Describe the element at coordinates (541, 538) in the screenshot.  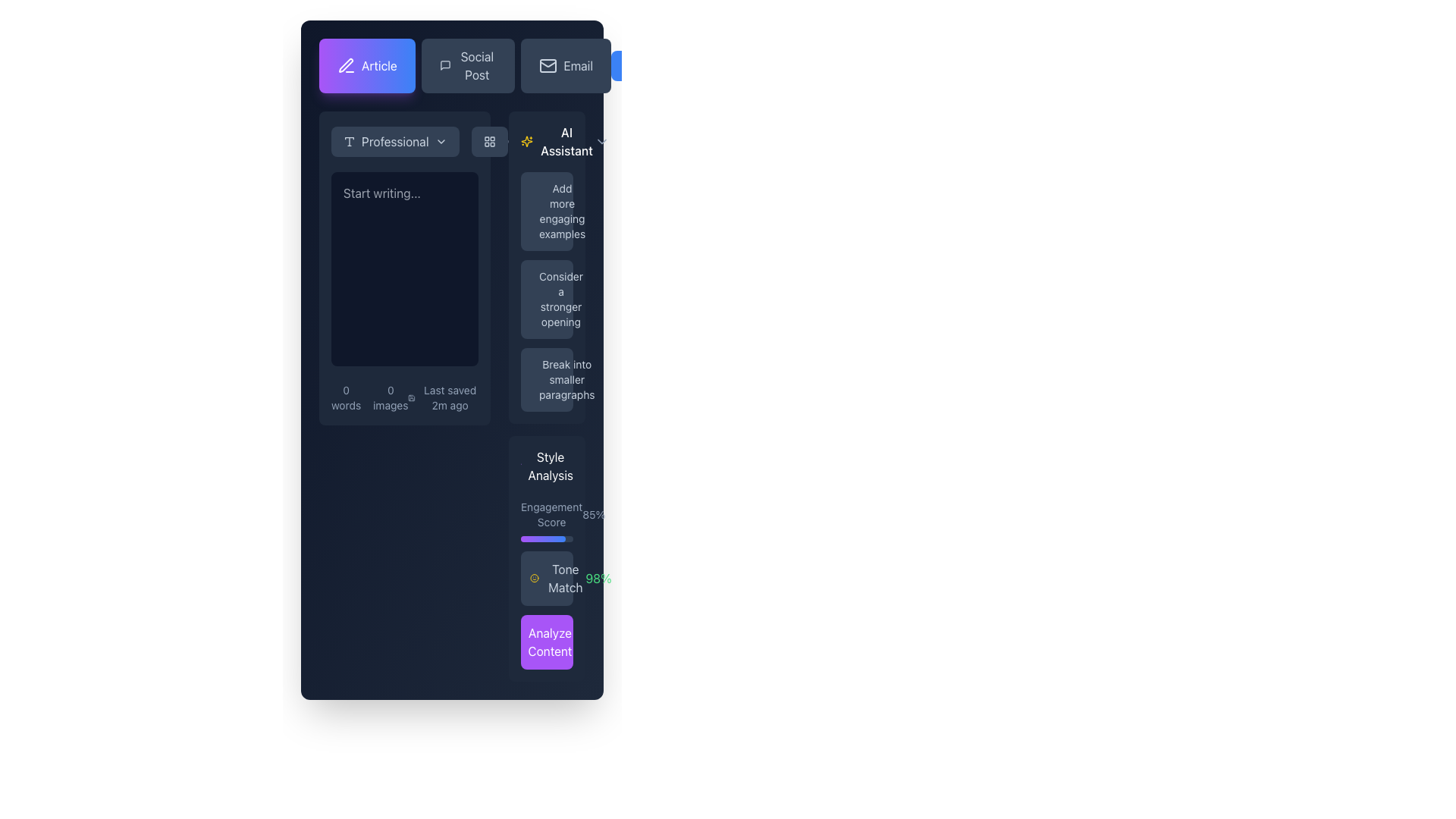
I see `the progression value` at that location.